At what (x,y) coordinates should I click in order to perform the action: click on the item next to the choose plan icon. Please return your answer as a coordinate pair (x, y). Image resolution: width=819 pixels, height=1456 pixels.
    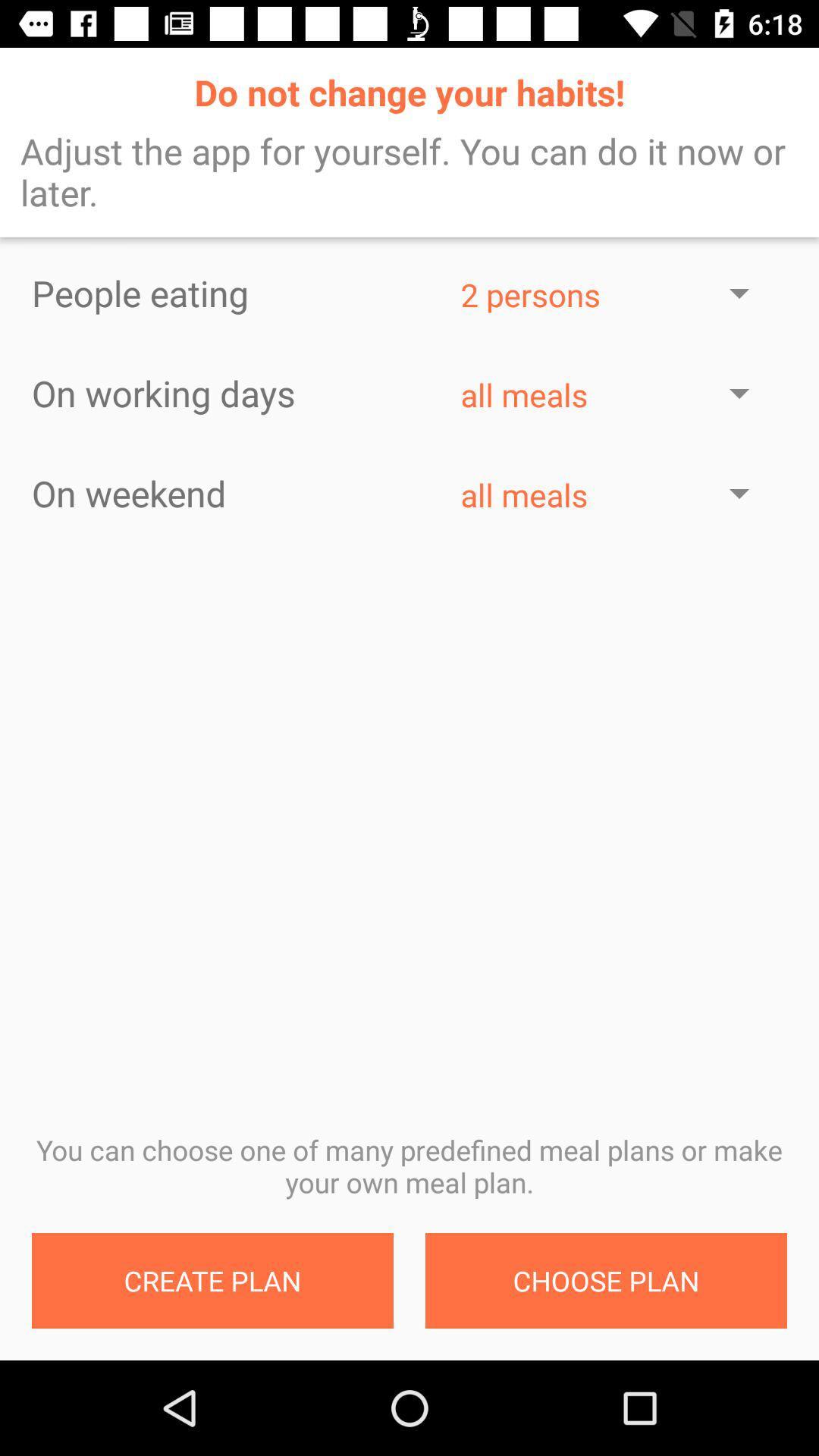
    Looking at the image, I should click on (212, 1280).